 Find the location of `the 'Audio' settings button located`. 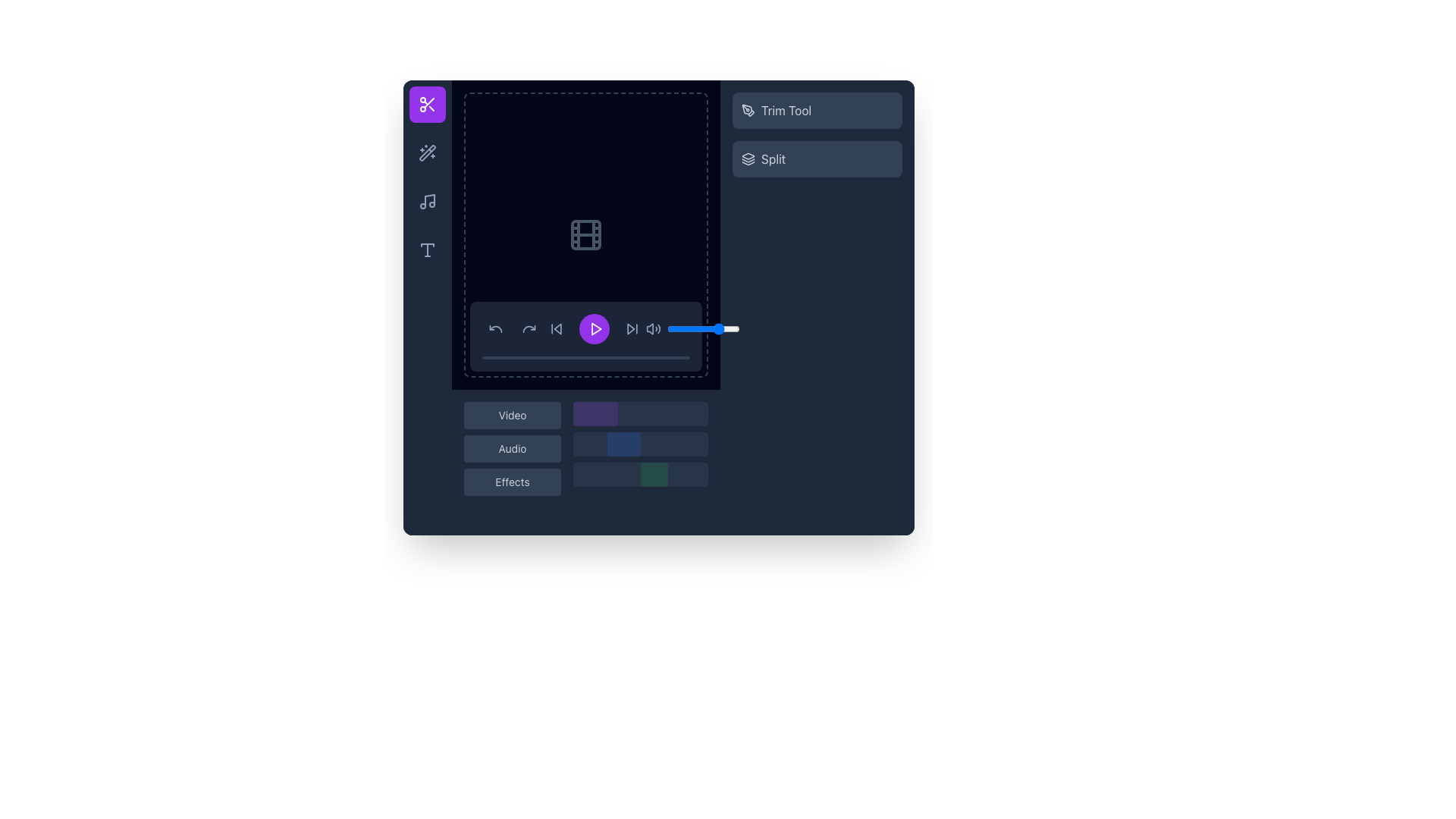

the 'Audio' settings button located is located at coordinates (513, 447).